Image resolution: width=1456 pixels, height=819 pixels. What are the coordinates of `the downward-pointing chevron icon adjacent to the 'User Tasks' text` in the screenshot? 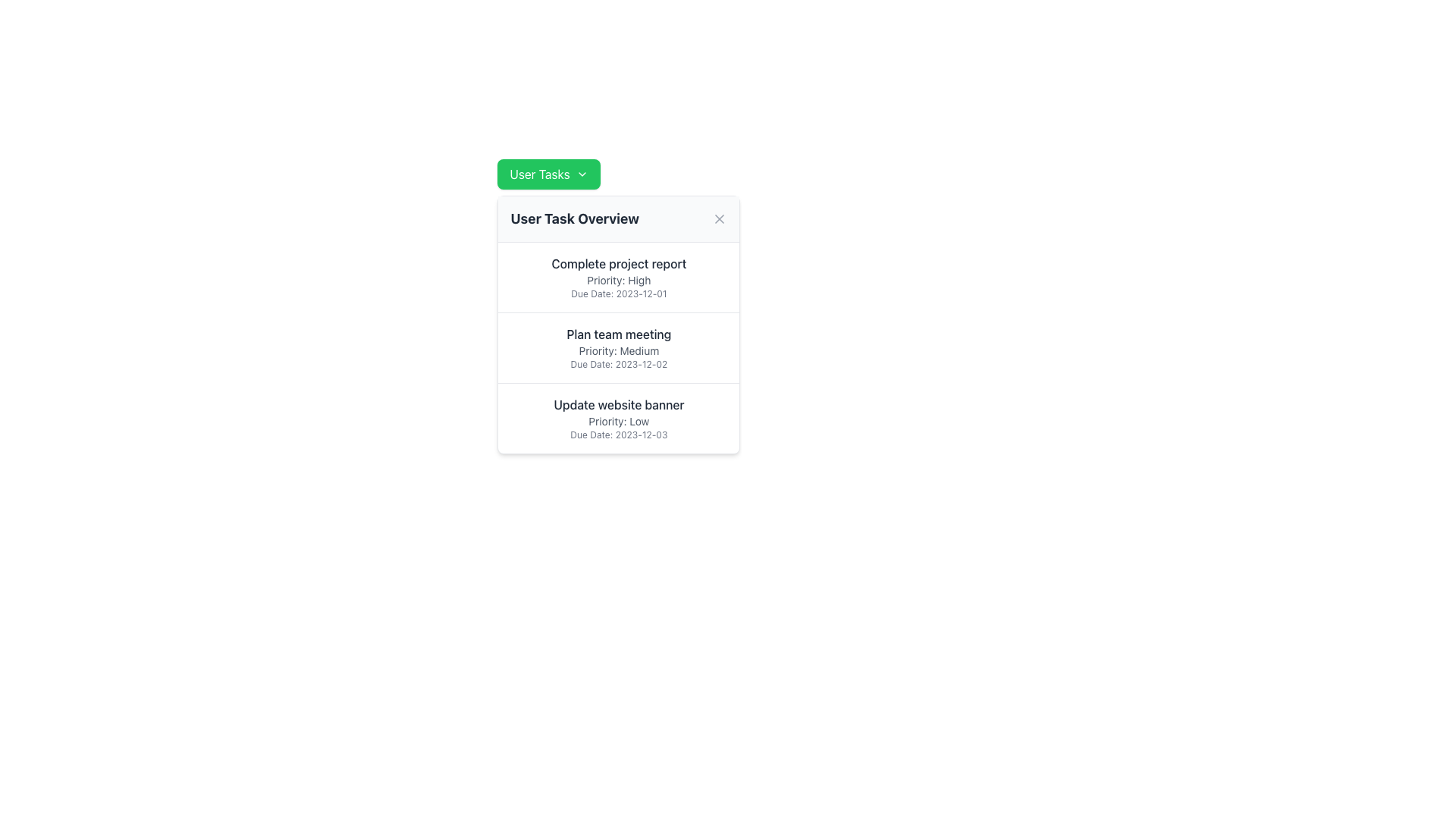 It's located at (581, 174).